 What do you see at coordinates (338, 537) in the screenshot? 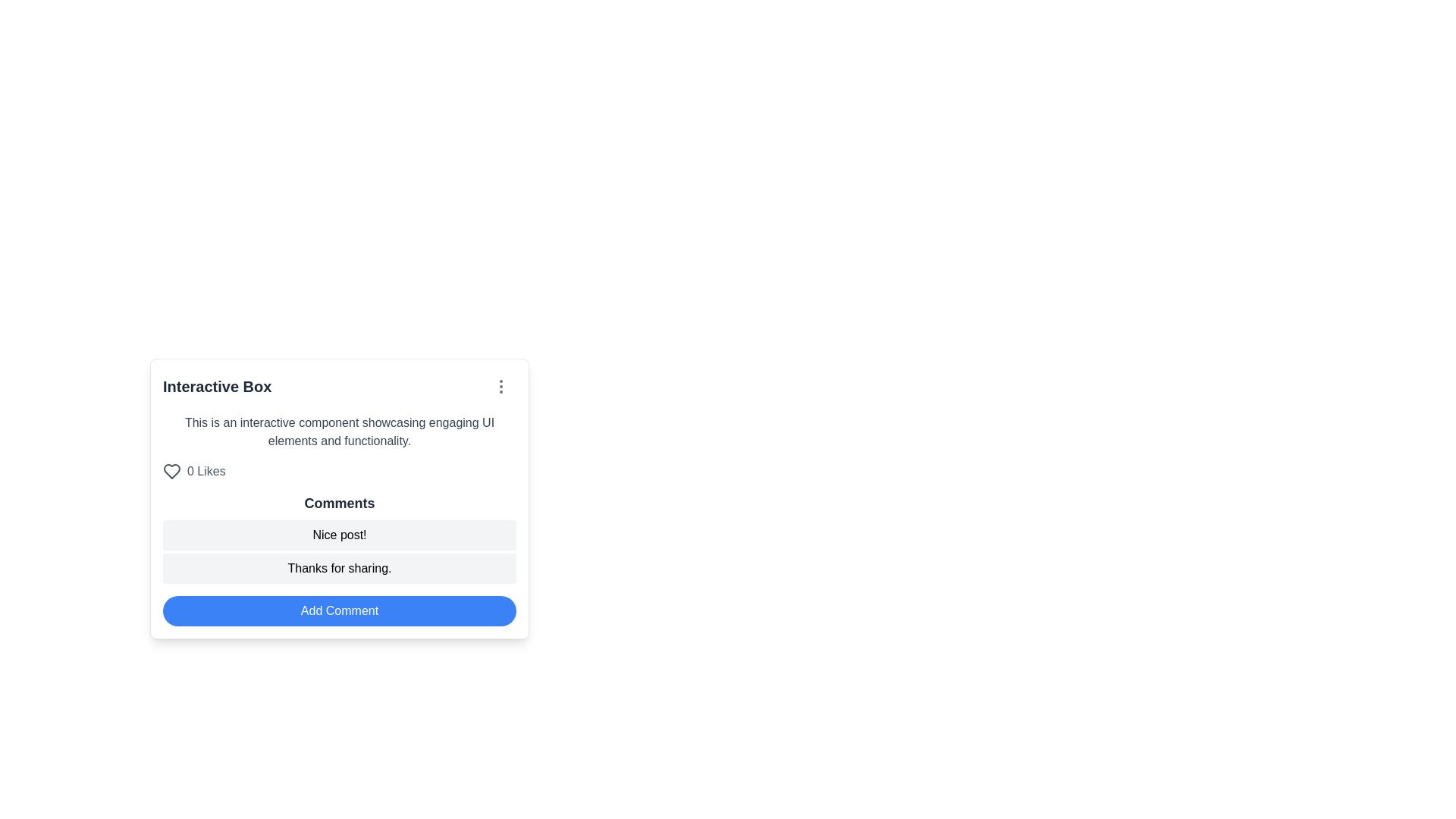
I see `the Comment section within the 'Interactive Box'` at bounding box center [338, 537].